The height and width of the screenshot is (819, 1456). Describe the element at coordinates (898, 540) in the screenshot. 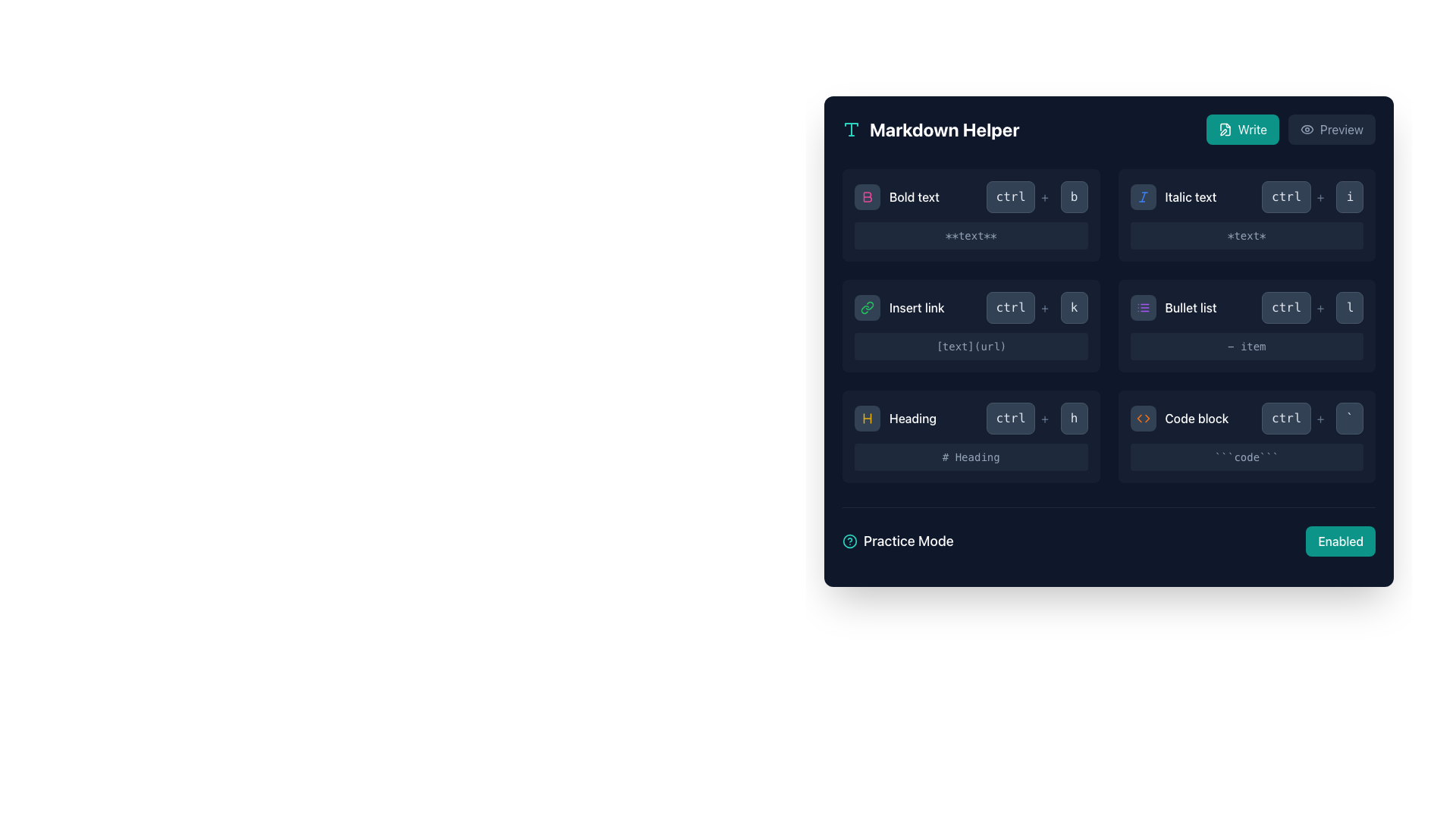

I see `the 'Practice Mode' label located` at that location.